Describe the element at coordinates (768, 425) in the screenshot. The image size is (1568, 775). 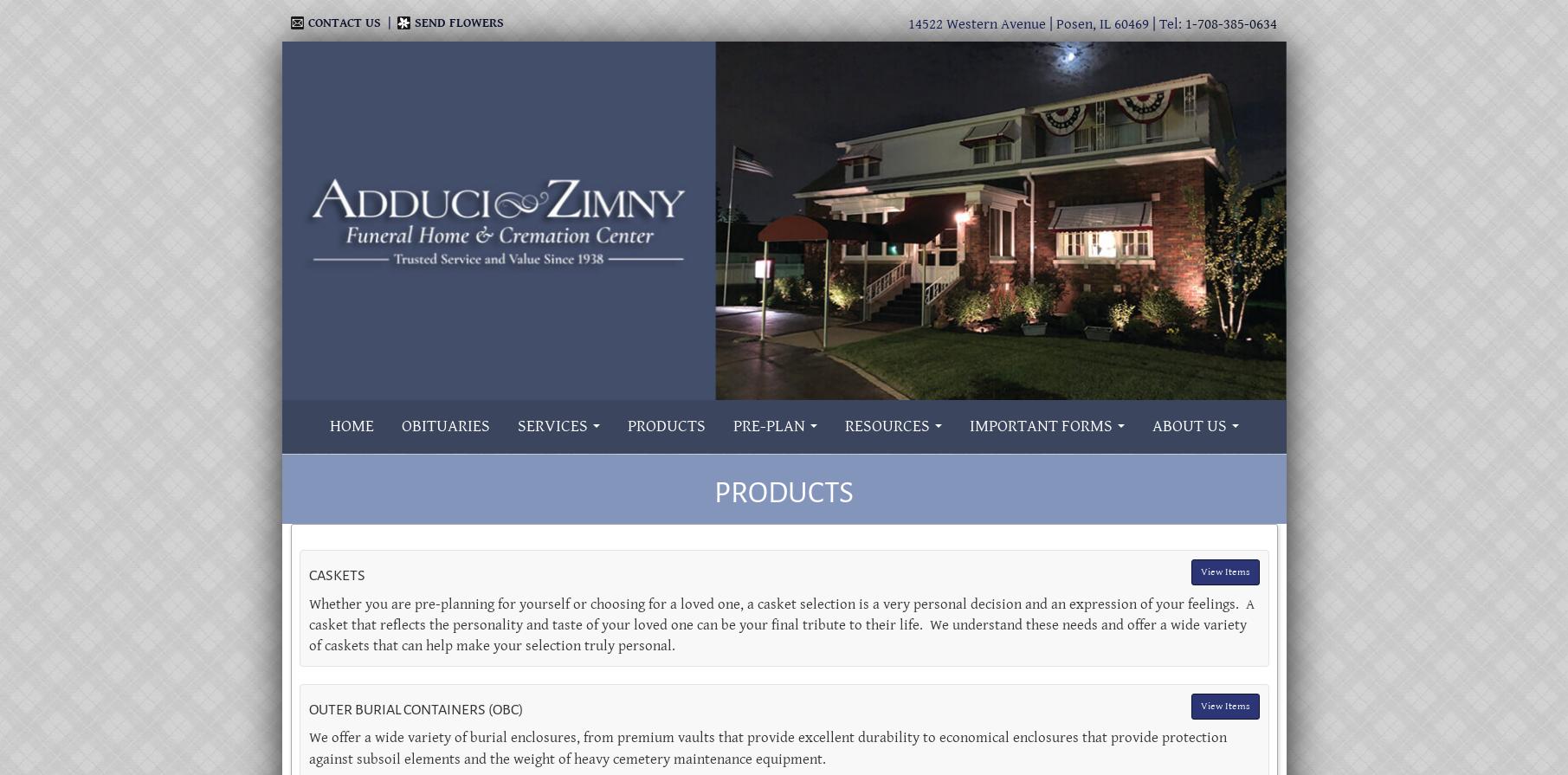
I see `'Pre-Plan'` at that location.